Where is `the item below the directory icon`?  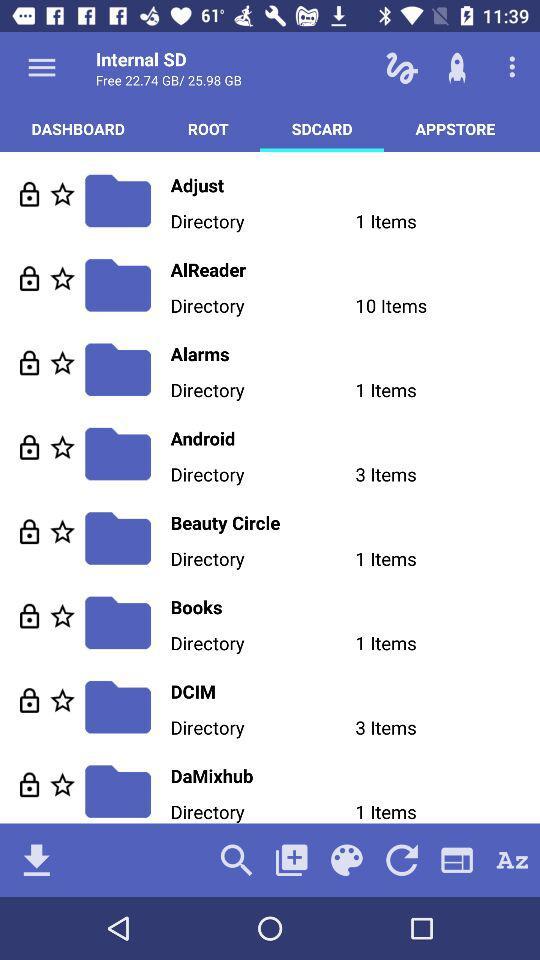
the item below the directory icon is located at coordinates (235, 859).